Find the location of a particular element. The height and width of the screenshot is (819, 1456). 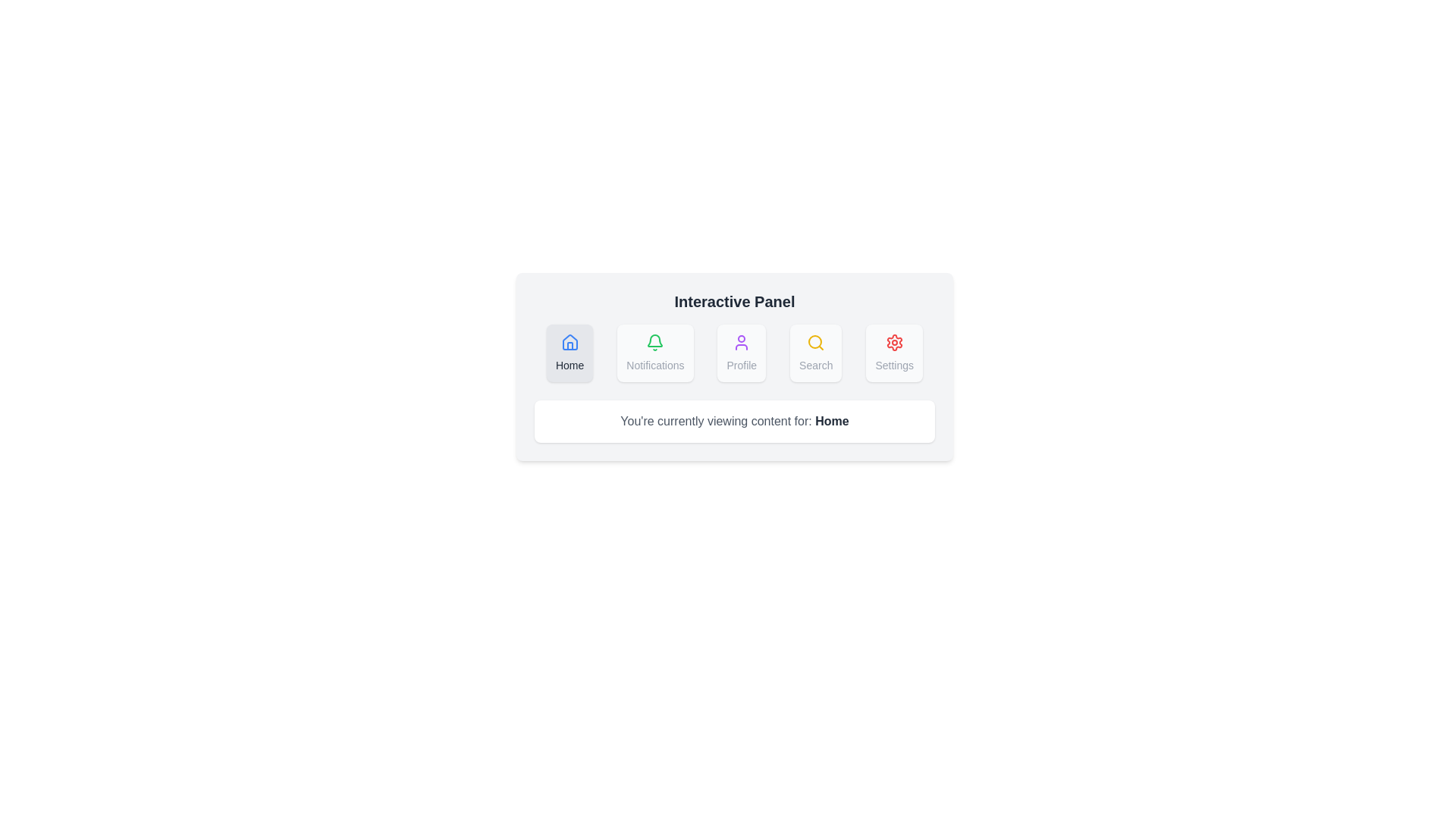

the 'Search' text label located at the center bottom of the button labeled 'Search', which is the fourth button from the left in a row of five buttons is located at coordinates (815, 366).